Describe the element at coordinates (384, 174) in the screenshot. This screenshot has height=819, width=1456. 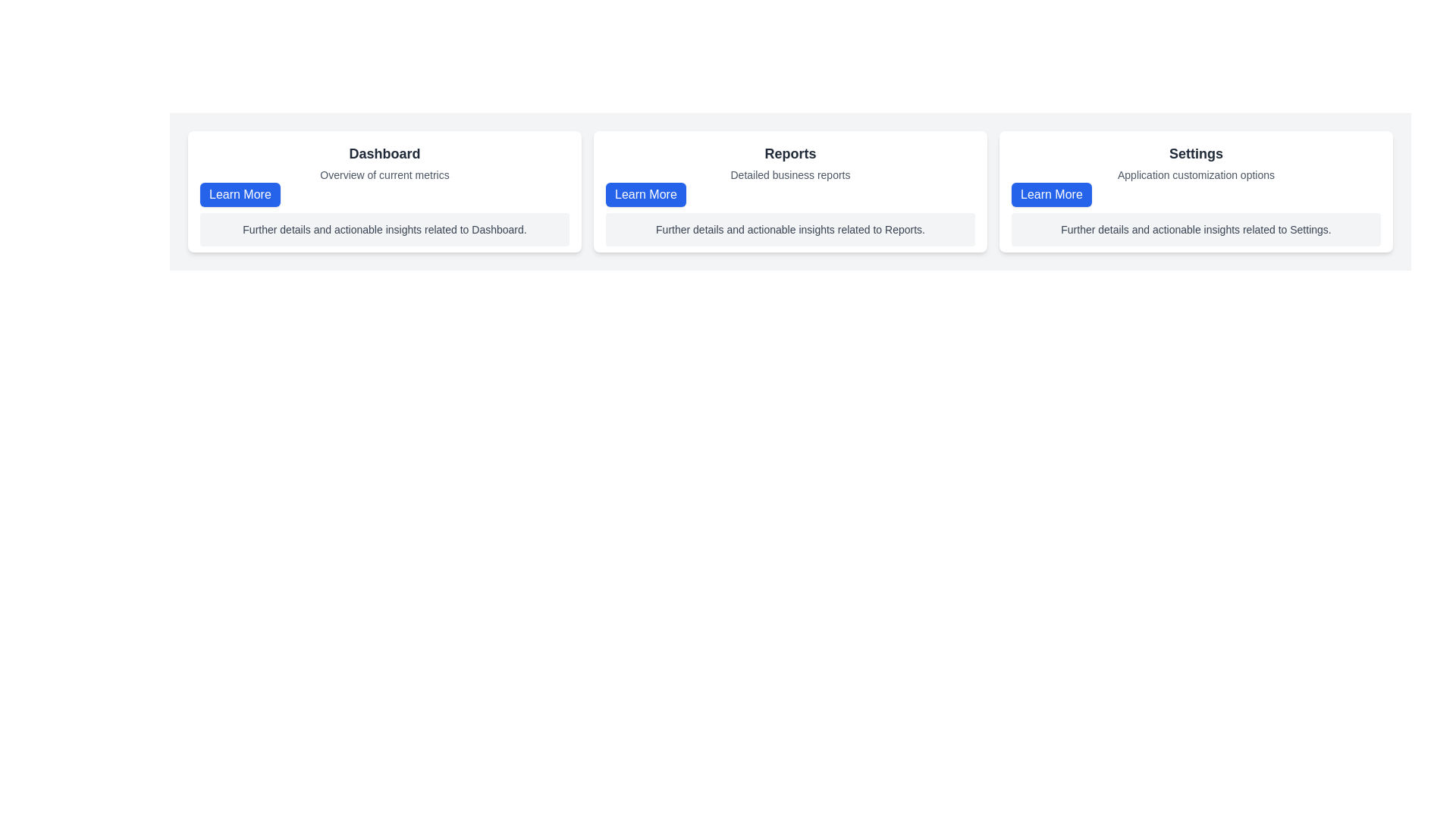
I see `the static text label displaying 'Overview of current metrics', which is positioned below the 'Dashboard' header in the central section of the interface` at that location.